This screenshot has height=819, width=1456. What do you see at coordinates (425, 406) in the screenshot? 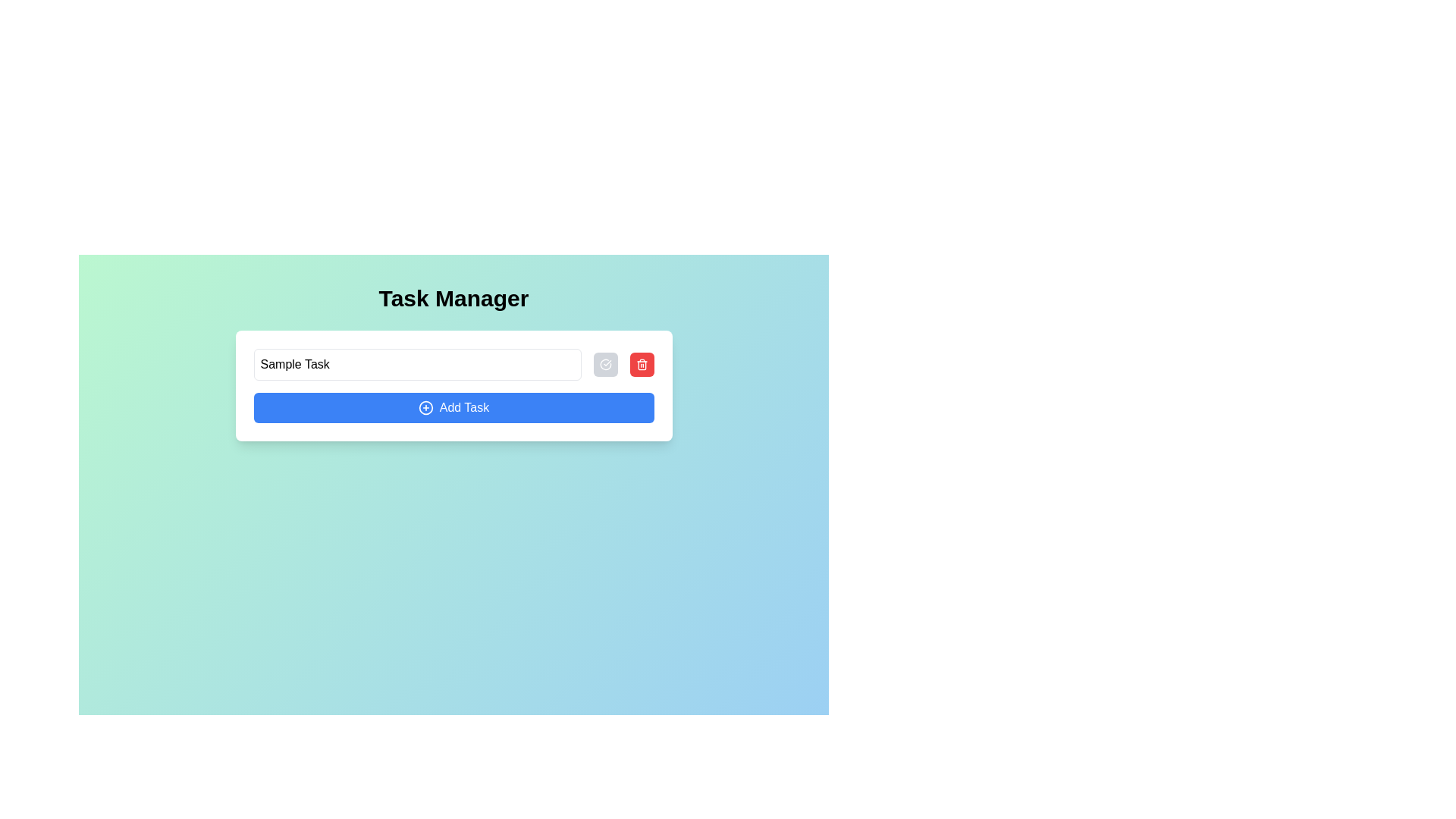
I see `the SVG Circle Element that visually indicates a 'plus' or 'add' symbol, which is part of the 'Add Task' button's icon` at bounding box center [425, 406].